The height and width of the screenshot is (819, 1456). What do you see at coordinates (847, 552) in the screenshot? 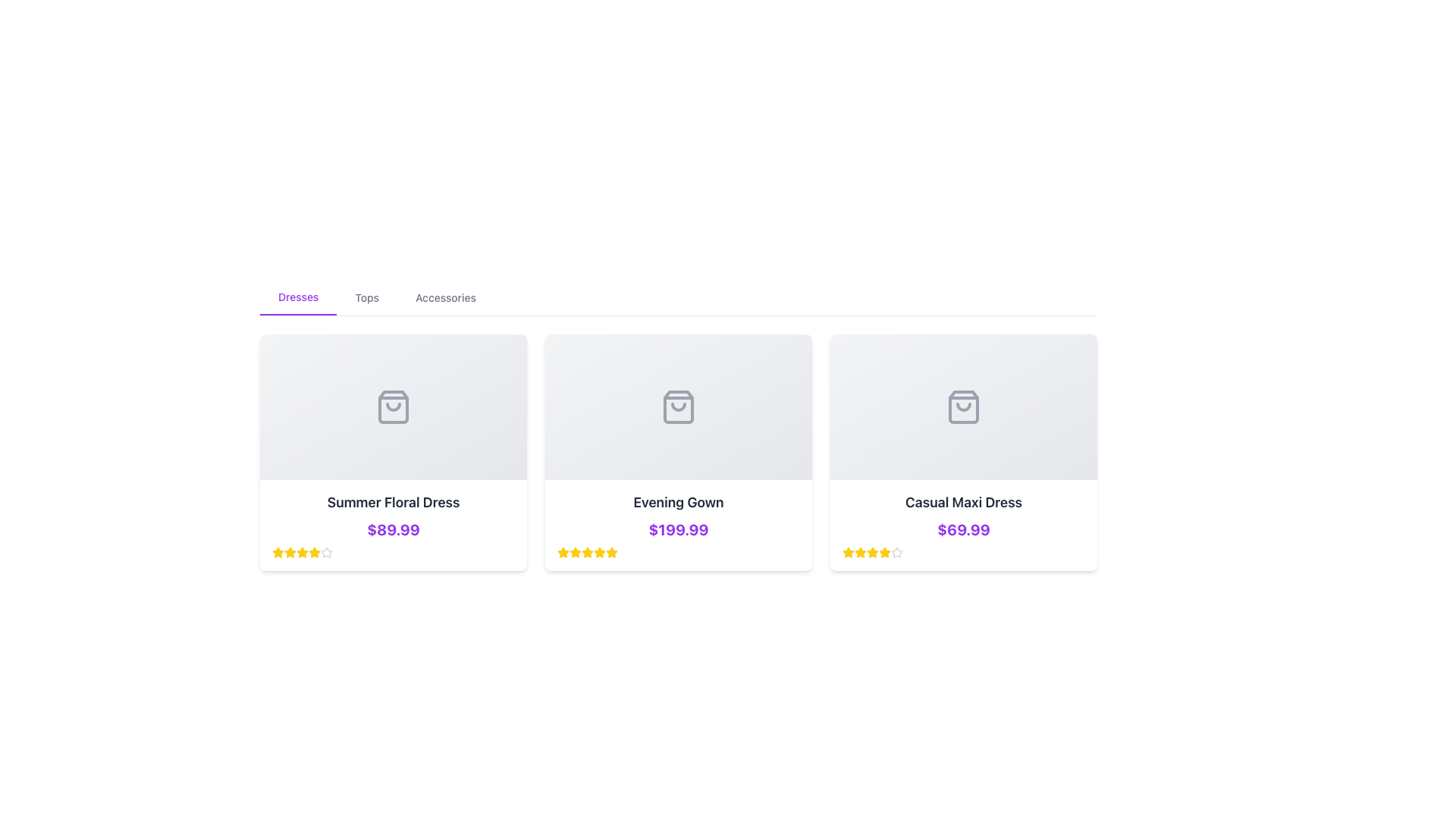
I see `the fourth star in the rating system for the 'Casual Maxi Dress' product` at bounding box center [847, 552].